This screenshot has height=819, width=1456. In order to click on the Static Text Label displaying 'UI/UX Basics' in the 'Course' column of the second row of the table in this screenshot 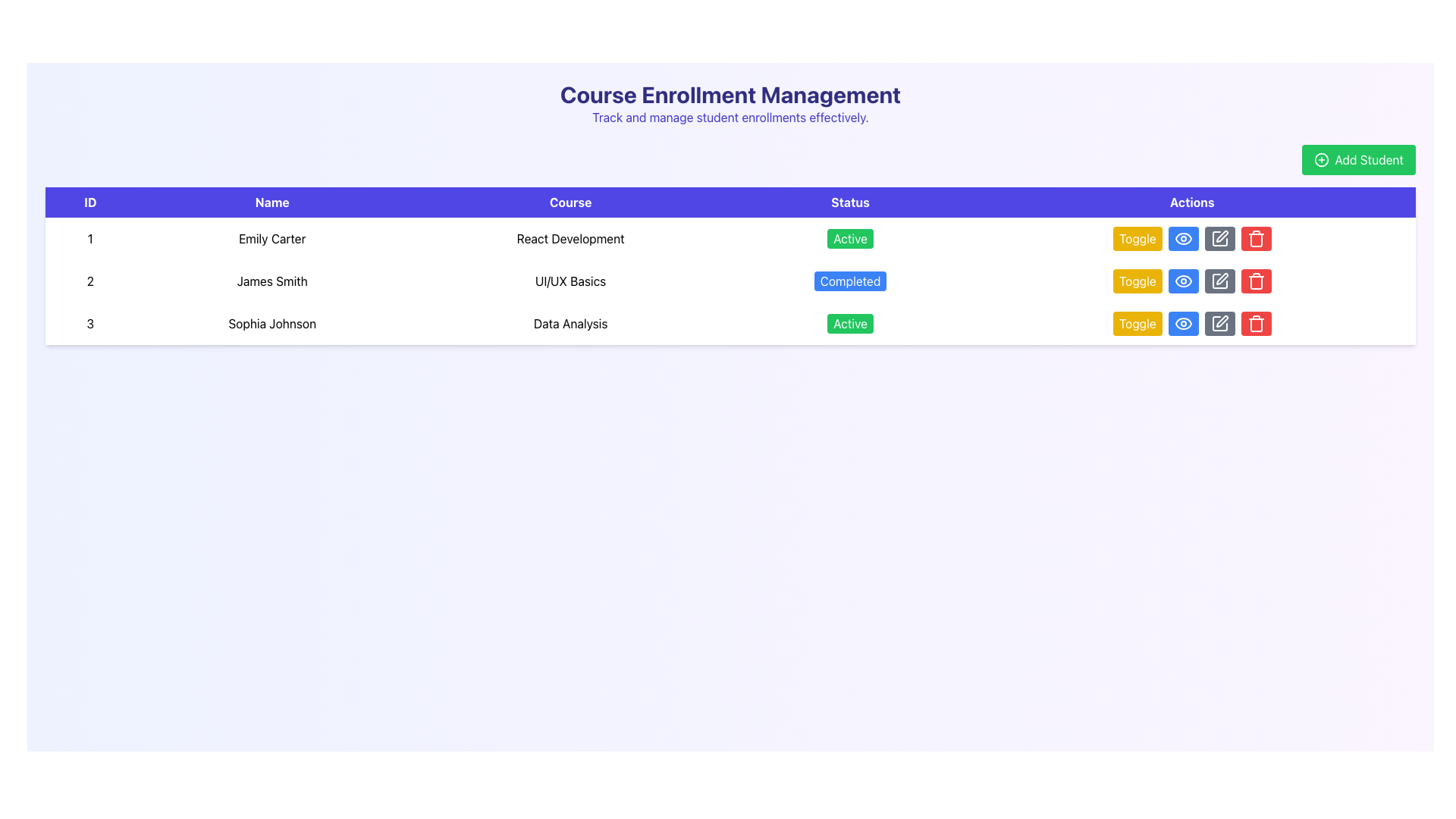, I will do `click(570, 281)`.